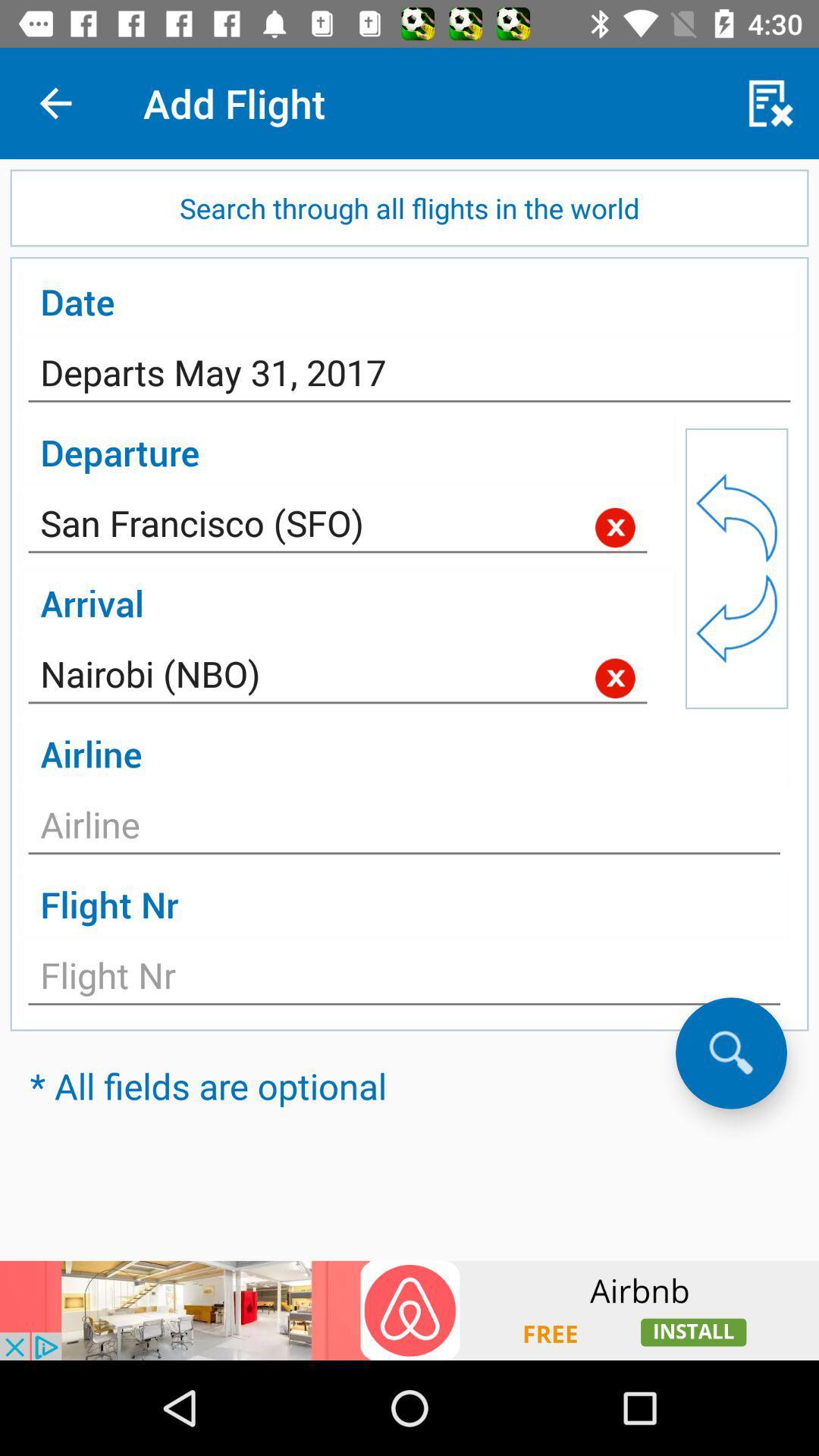  What do you see at coordinates (403, 828) in the screenshot?
I see `the airline details` at bounding box center [403, 828].